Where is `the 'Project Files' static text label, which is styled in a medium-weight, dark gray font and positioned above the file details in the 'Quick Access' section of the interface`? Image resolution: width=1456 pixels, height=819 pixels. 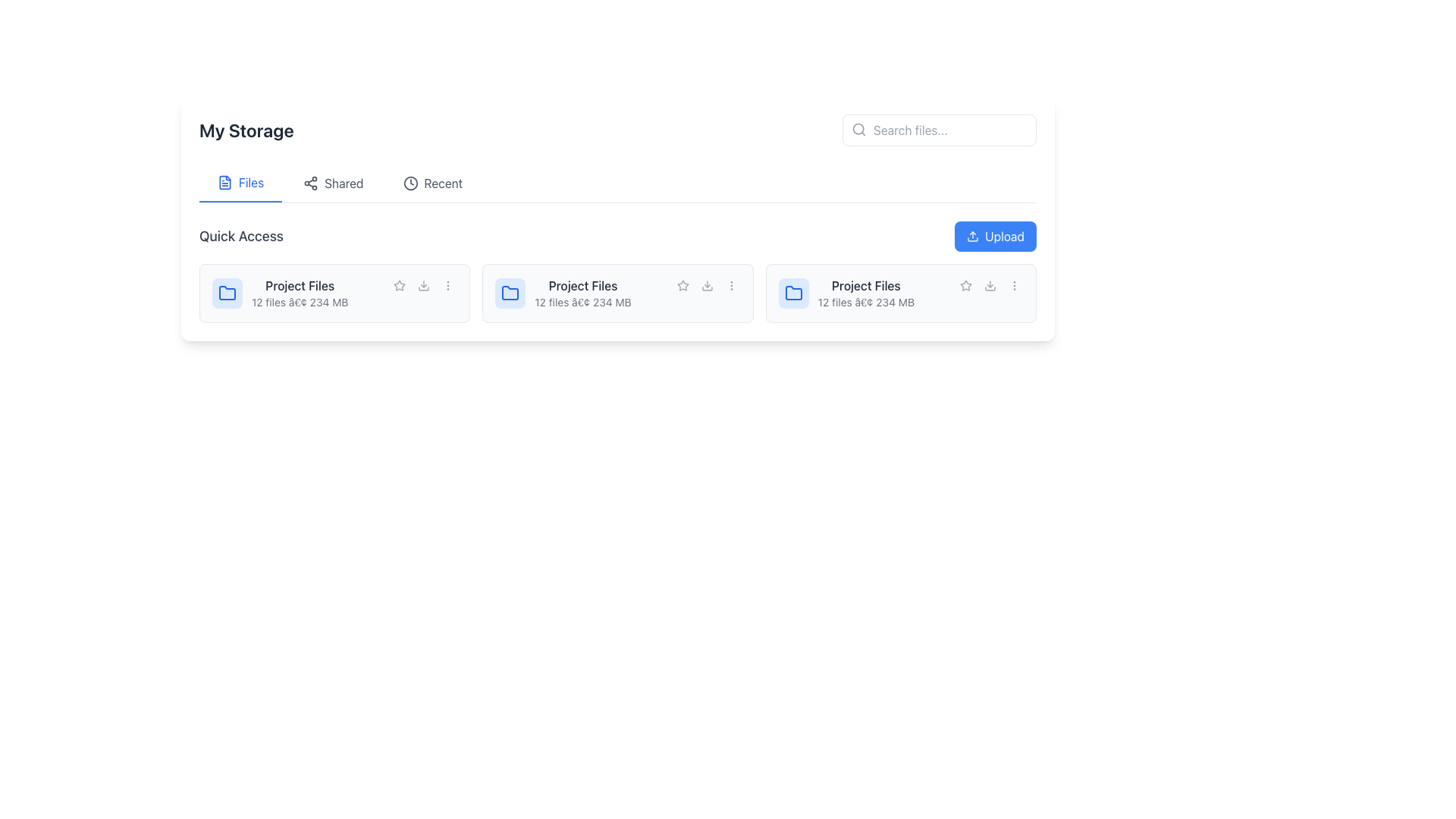 the 'Project Files' static text label, which is styled in a medium-weight, dark gray font and positioned above the file details in the 'Quick Access' section of the interface is located at coordinates (866, 286).